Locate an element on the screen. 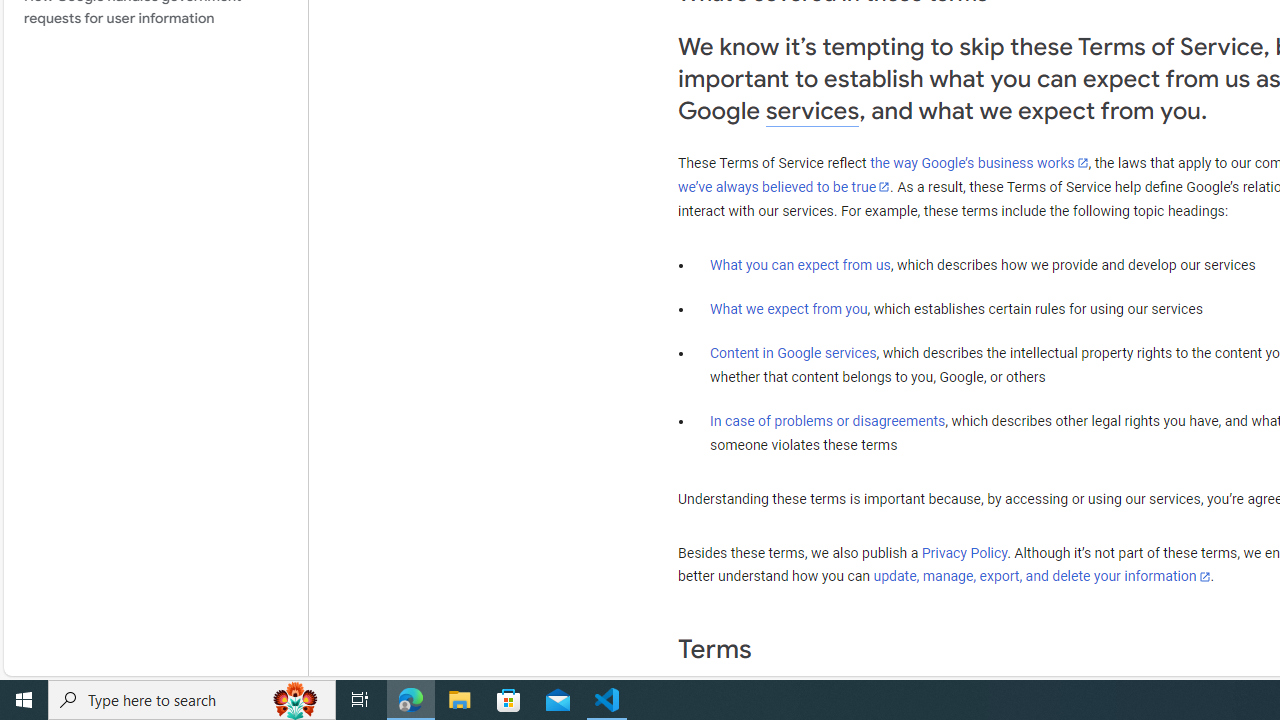 The image size is (1280, 720). 'What we expect from you' is located at coordinates (788, 309).